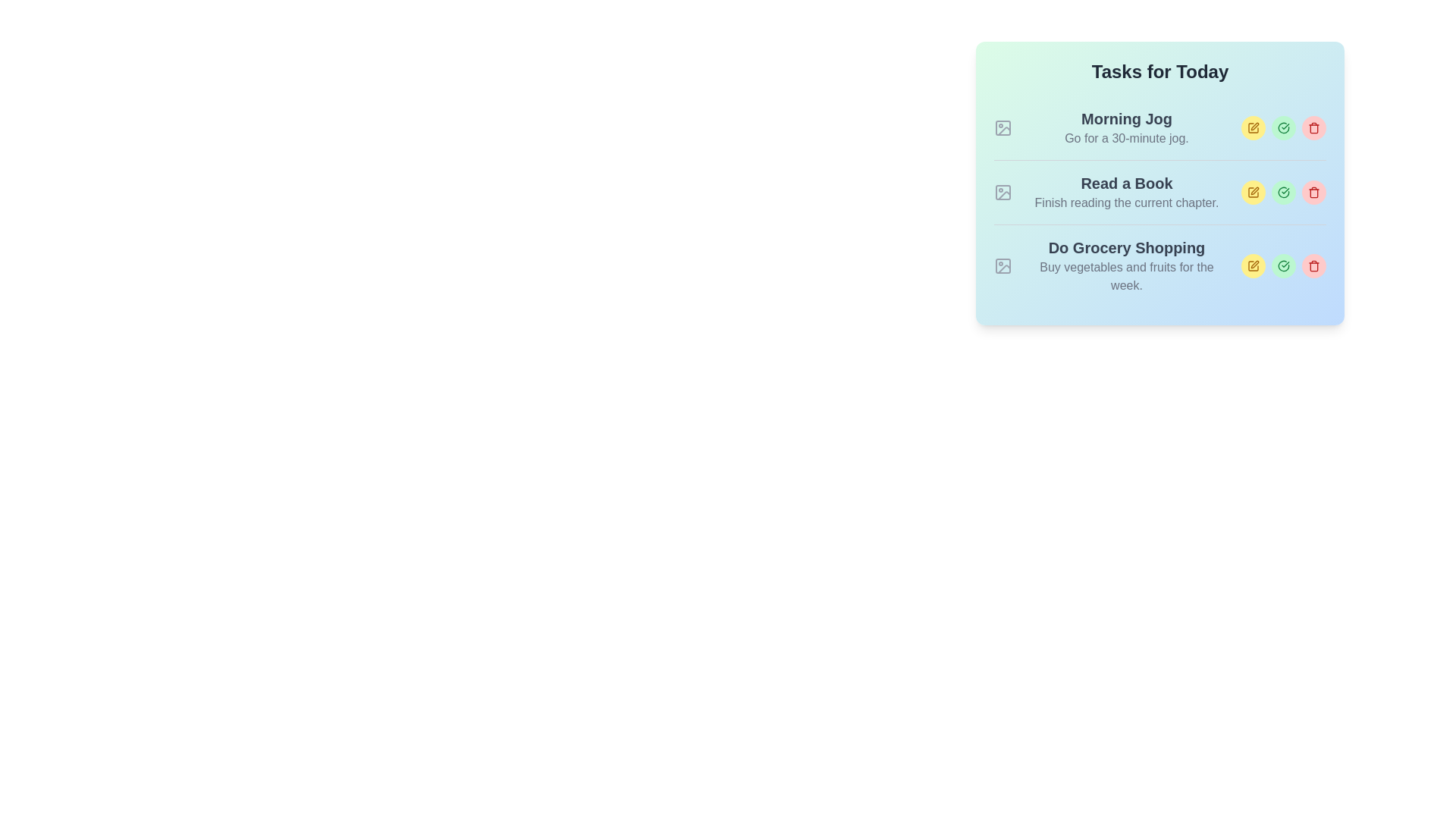 Image resolution: width=1456 pixels, height=819 pixels. Describe the element at coordinates (1127, 118) in the screenshot. I see `text from the 'Morning Jog' label, which is a prominent header in the first task of the task list` at that location.